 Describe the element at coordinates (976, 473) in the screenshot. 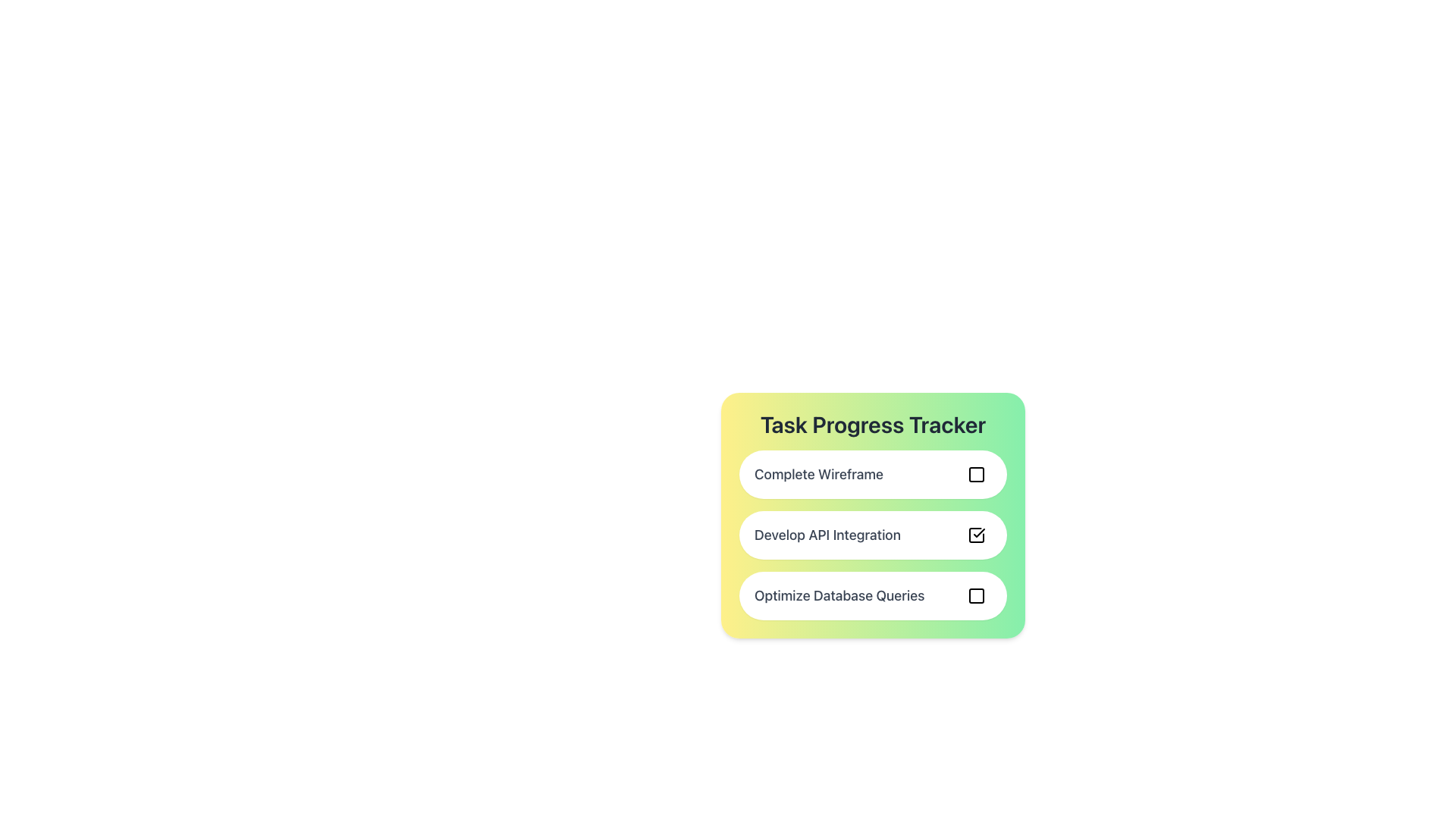

I see `the unchecked checkbox located to the right of the 'Complete Wireframe' label in the 'Task Progress Tracker' section` at that location.